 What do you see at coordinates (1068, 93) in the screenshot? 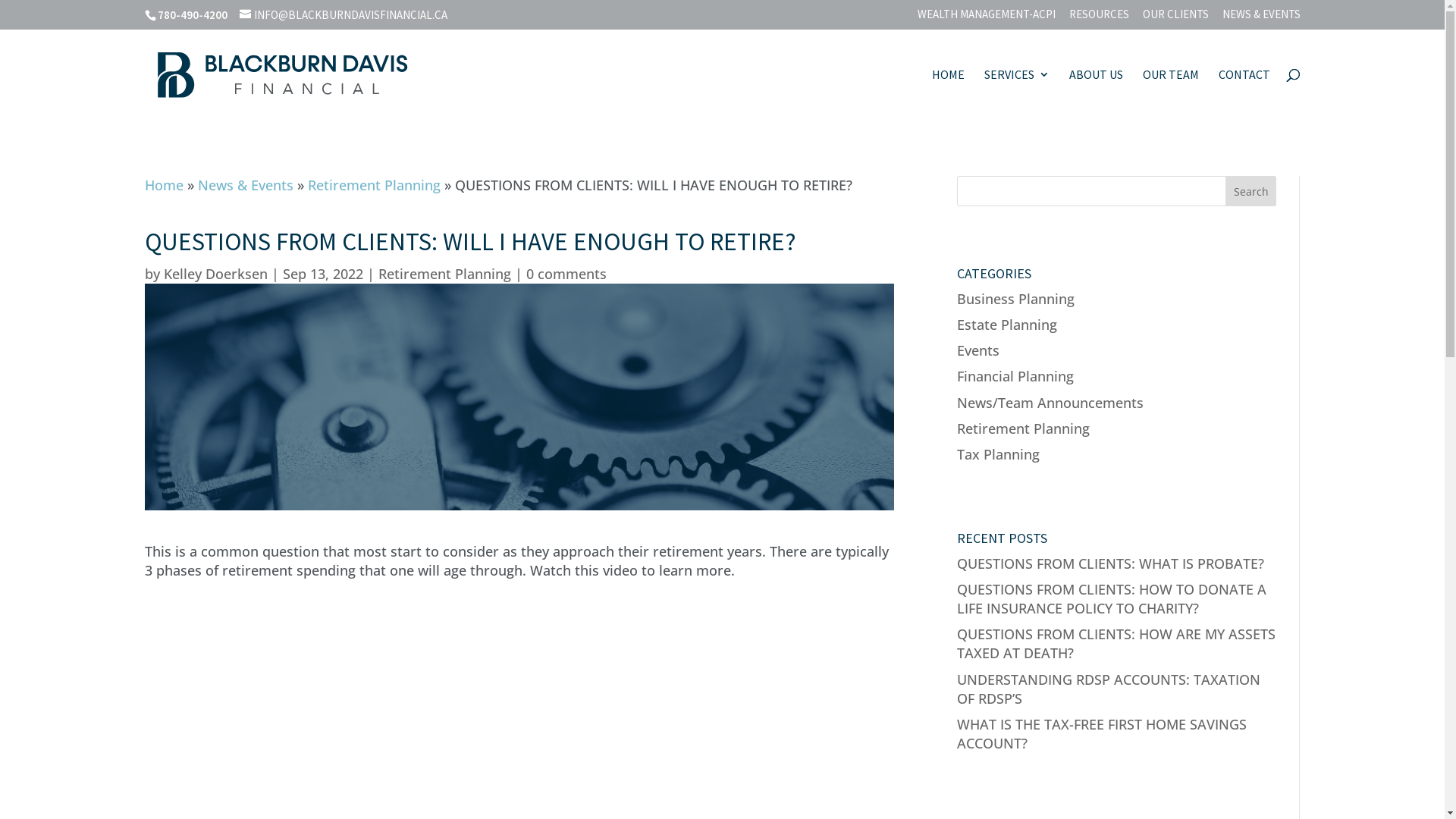
I see `'ABOUT US'` at bounding box center [1068, 93].